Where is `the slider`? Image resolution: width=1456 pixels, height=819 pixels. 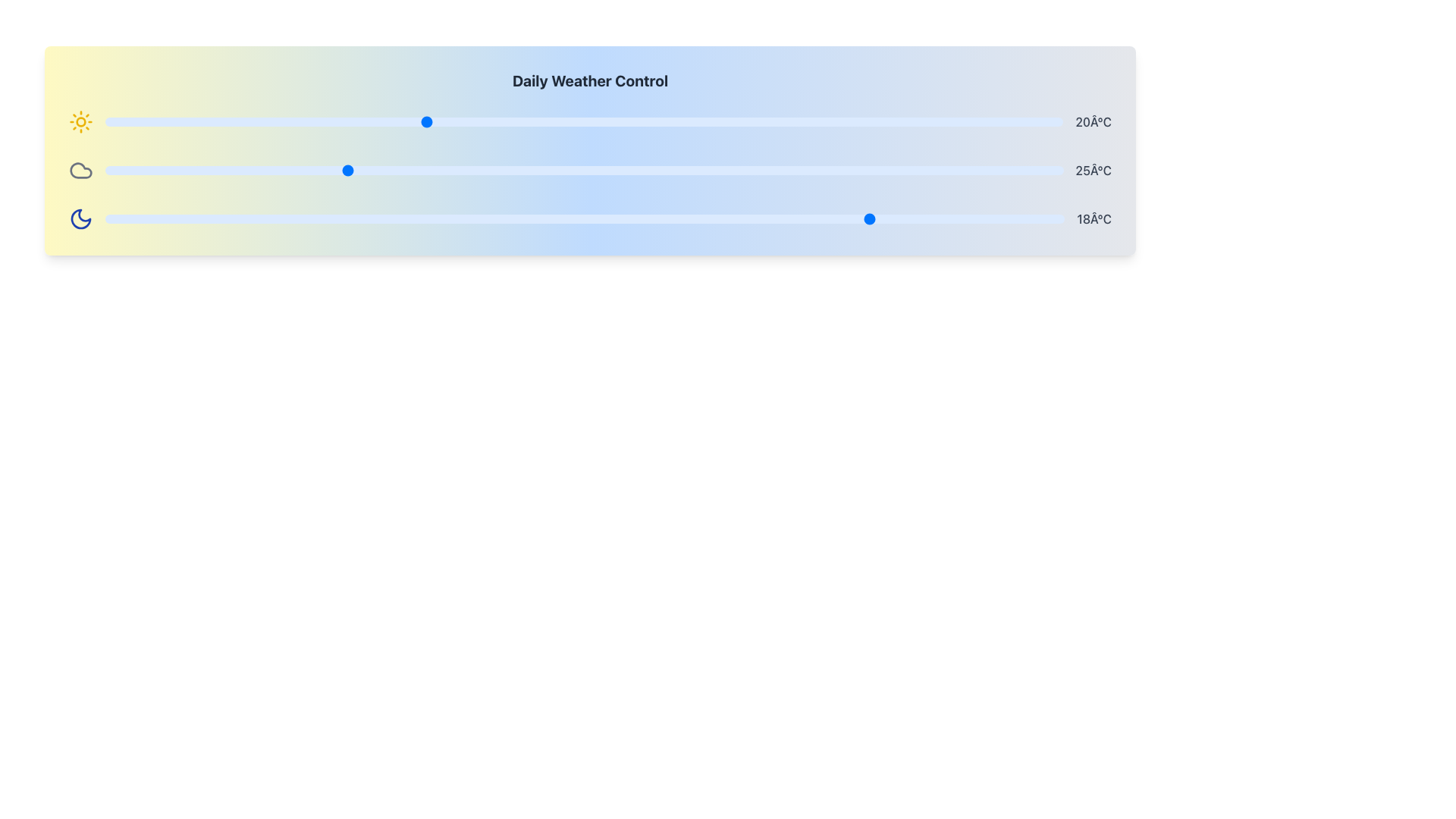
the slider is located at coordinates (232, 121).